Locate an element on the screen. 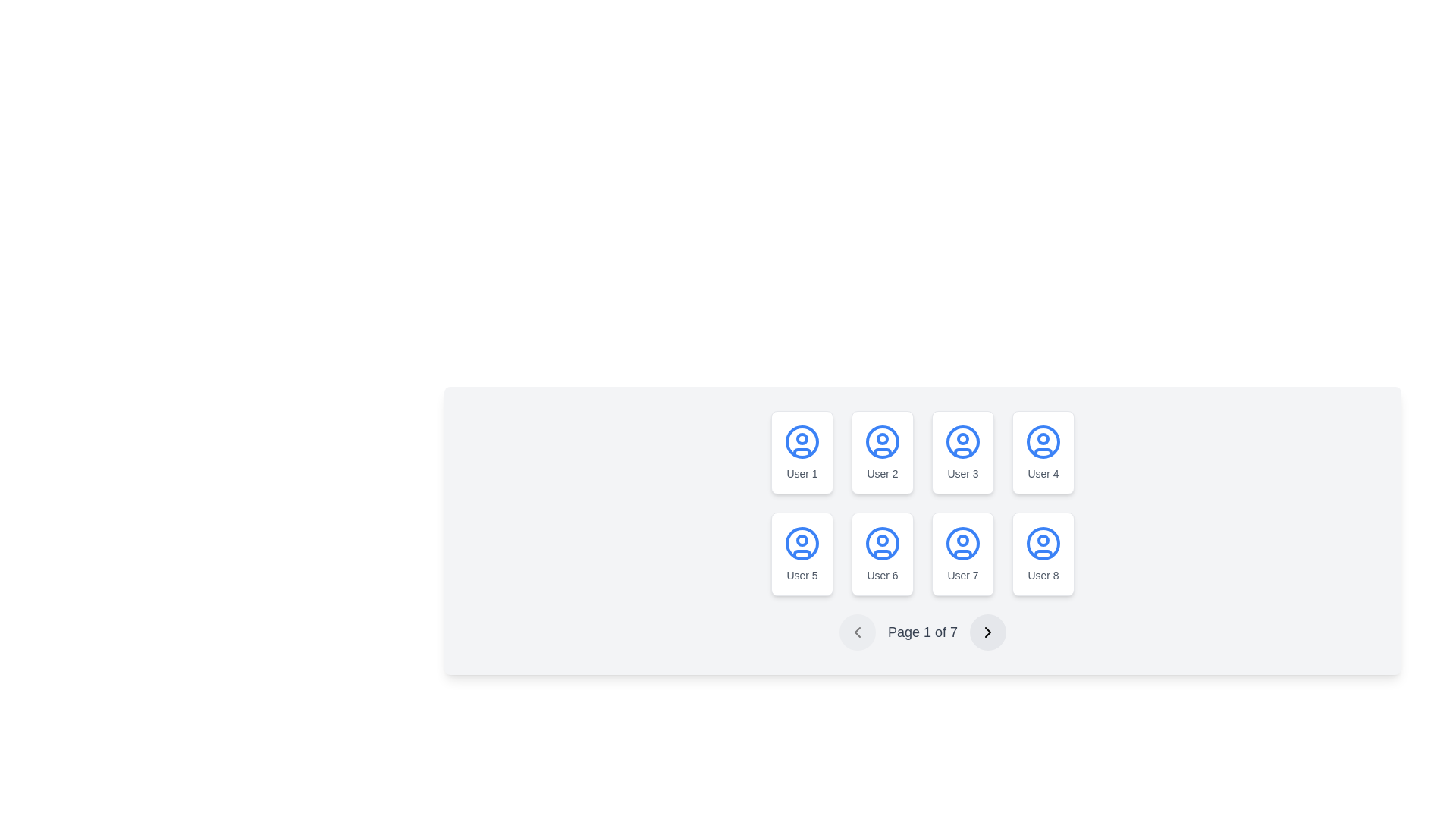  the circular user icon with a blue outline representing 'User 3' located at the top center of the card in the third column of the first row is located at coordinates (962, 441).